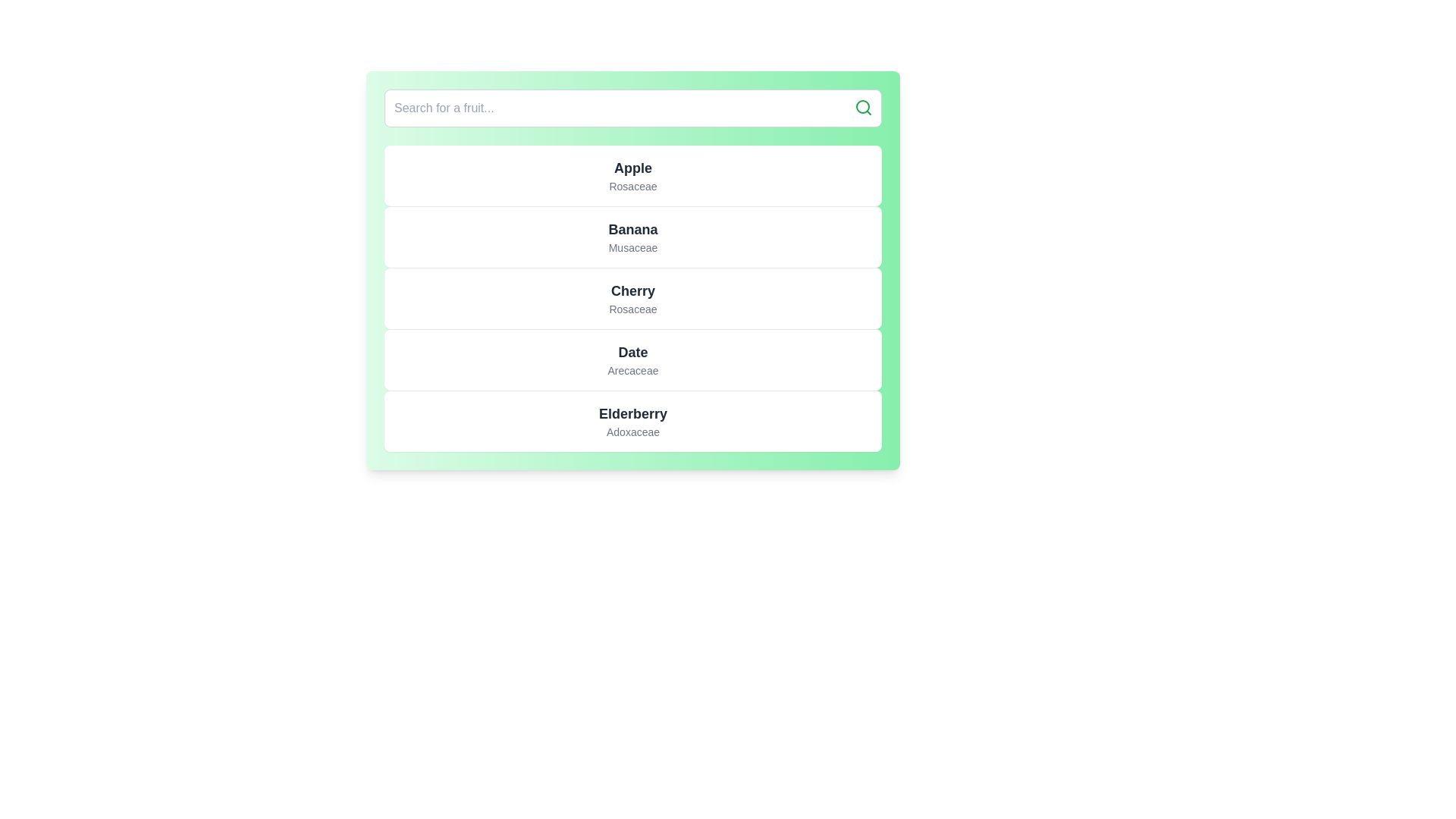 Image resolution: width=1456 pixels, height=819 pixels. What do you see at coordinates (633, 359) in the screenshot?
I see `the fourth item in the vertically stacked list that displays 'Date' in bold and 'Arecaceae' in gray` at bounding box center [633, 359].